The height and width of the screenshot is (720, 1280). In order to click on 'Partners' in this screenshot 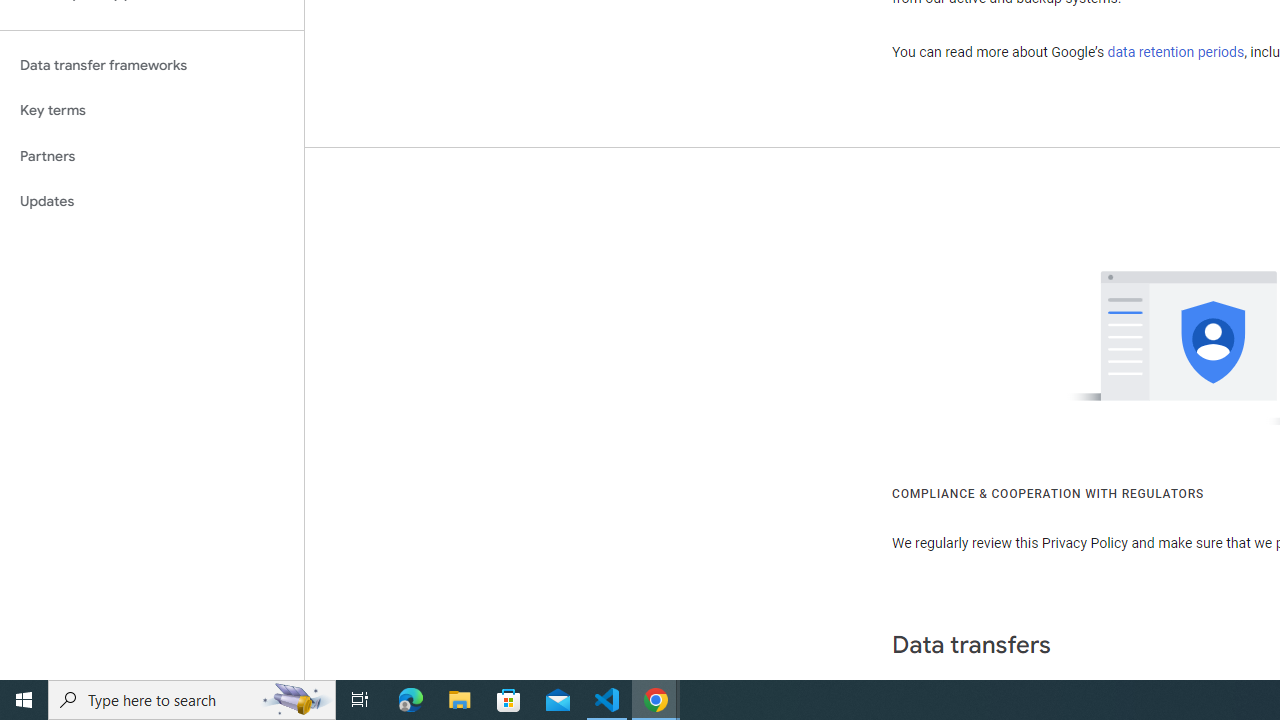, I will do `click(151, 155)`.